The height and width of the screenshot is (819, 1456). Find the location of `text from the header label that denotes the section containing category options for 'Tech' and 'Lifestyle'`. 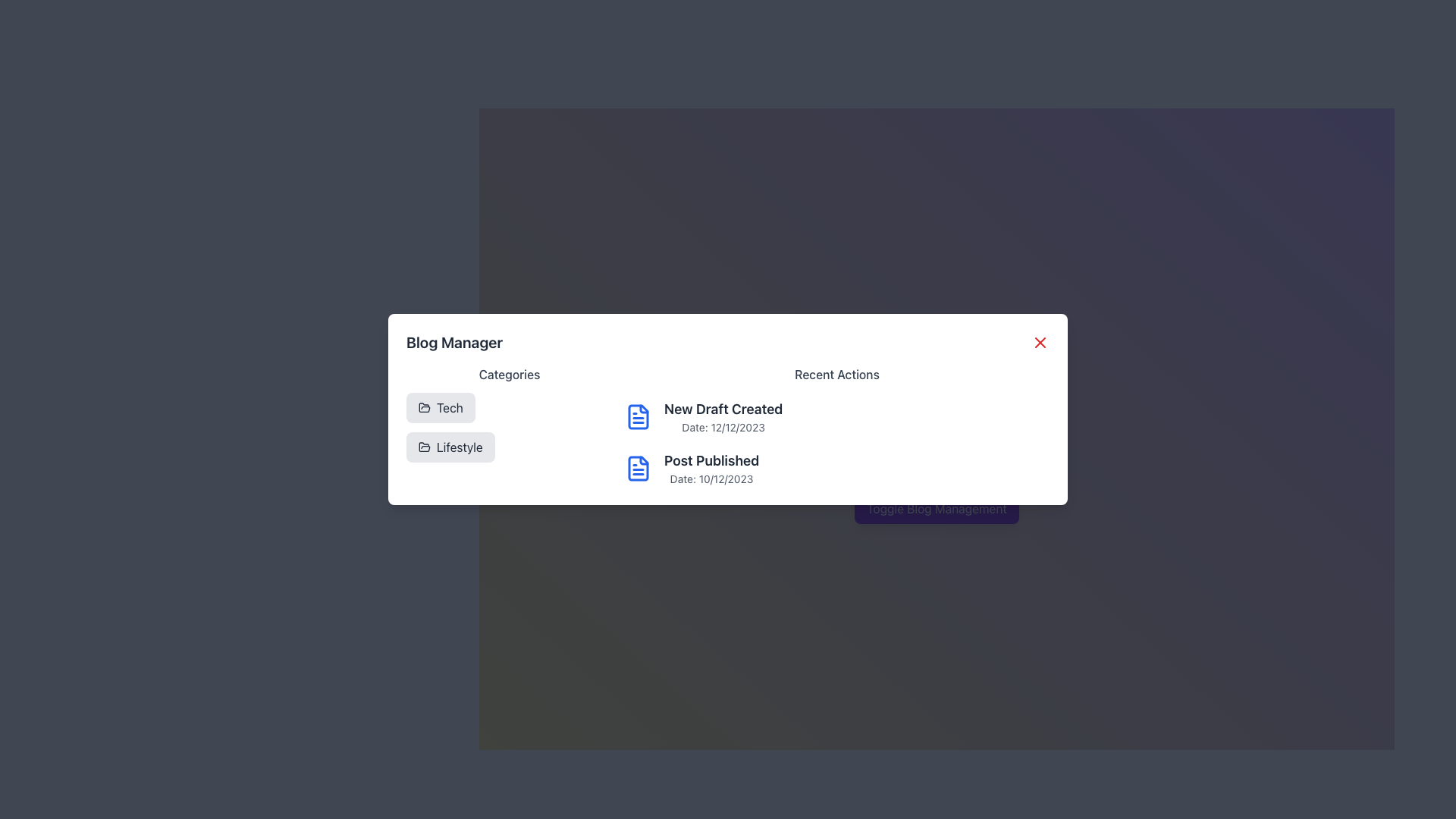

text from the header label that denotes the section containing category options for 'Tech' and 'Lifestyle' is located at coordinates (510, 374).